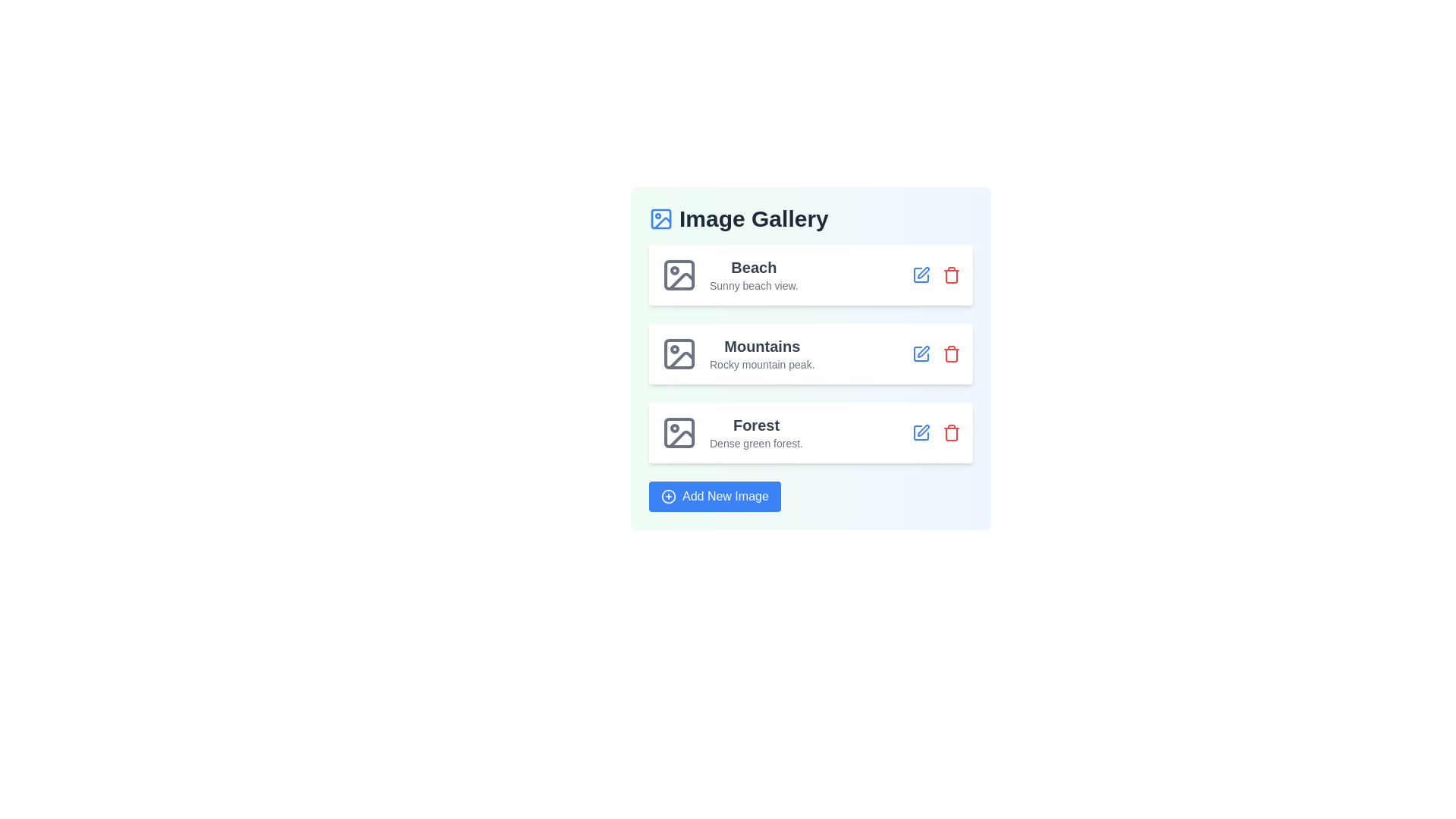 The width and height of the screenshot is (1456, 819). Describe the element at coordinates (920, 275) in the screenshot. I see `edit button for the image titled 'Beach'` at that location.